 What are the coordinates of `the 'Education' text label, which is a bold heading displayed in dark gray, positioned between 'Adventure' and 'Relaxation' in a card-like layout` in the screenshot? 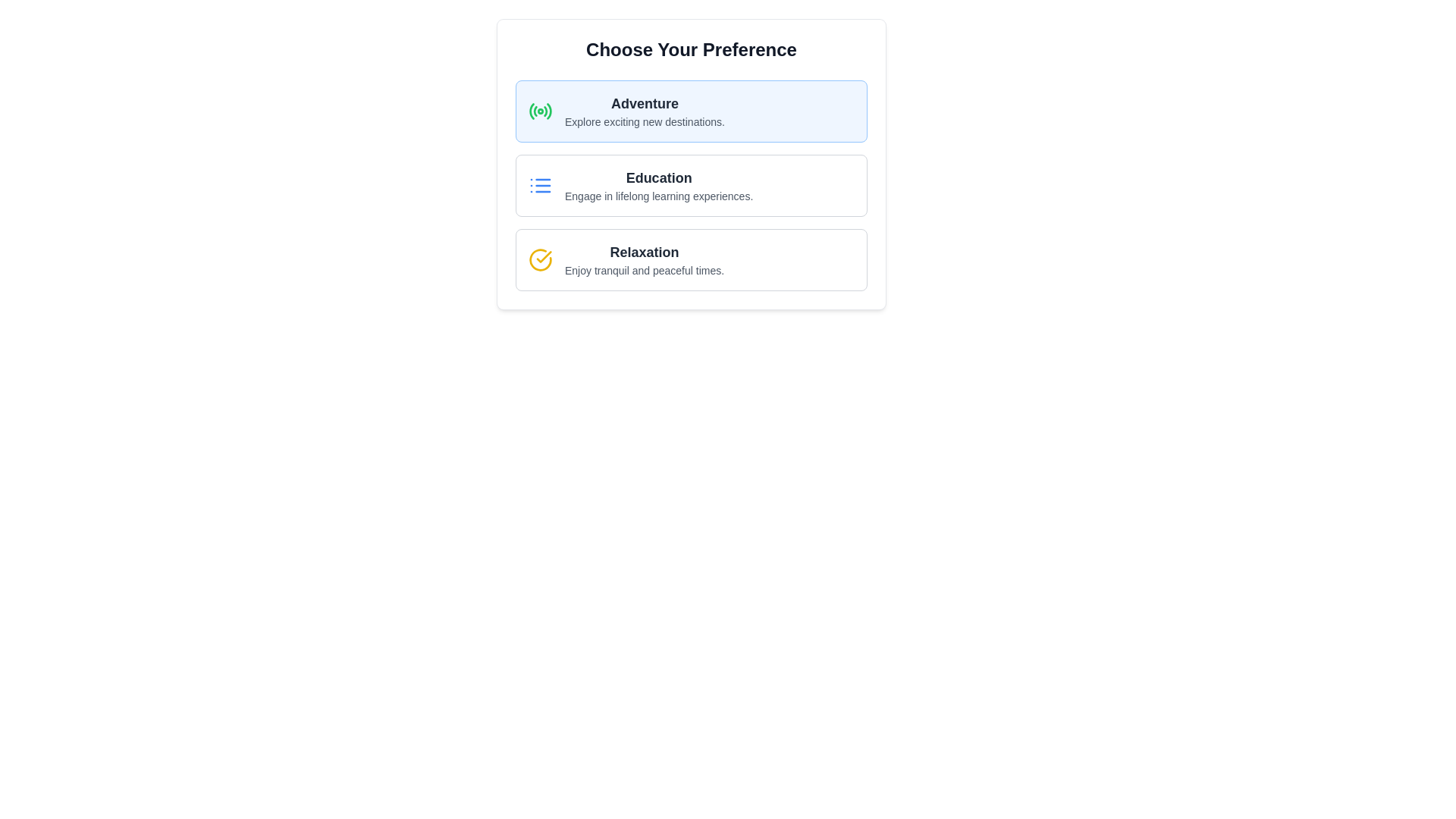 It's located at (659, 177).